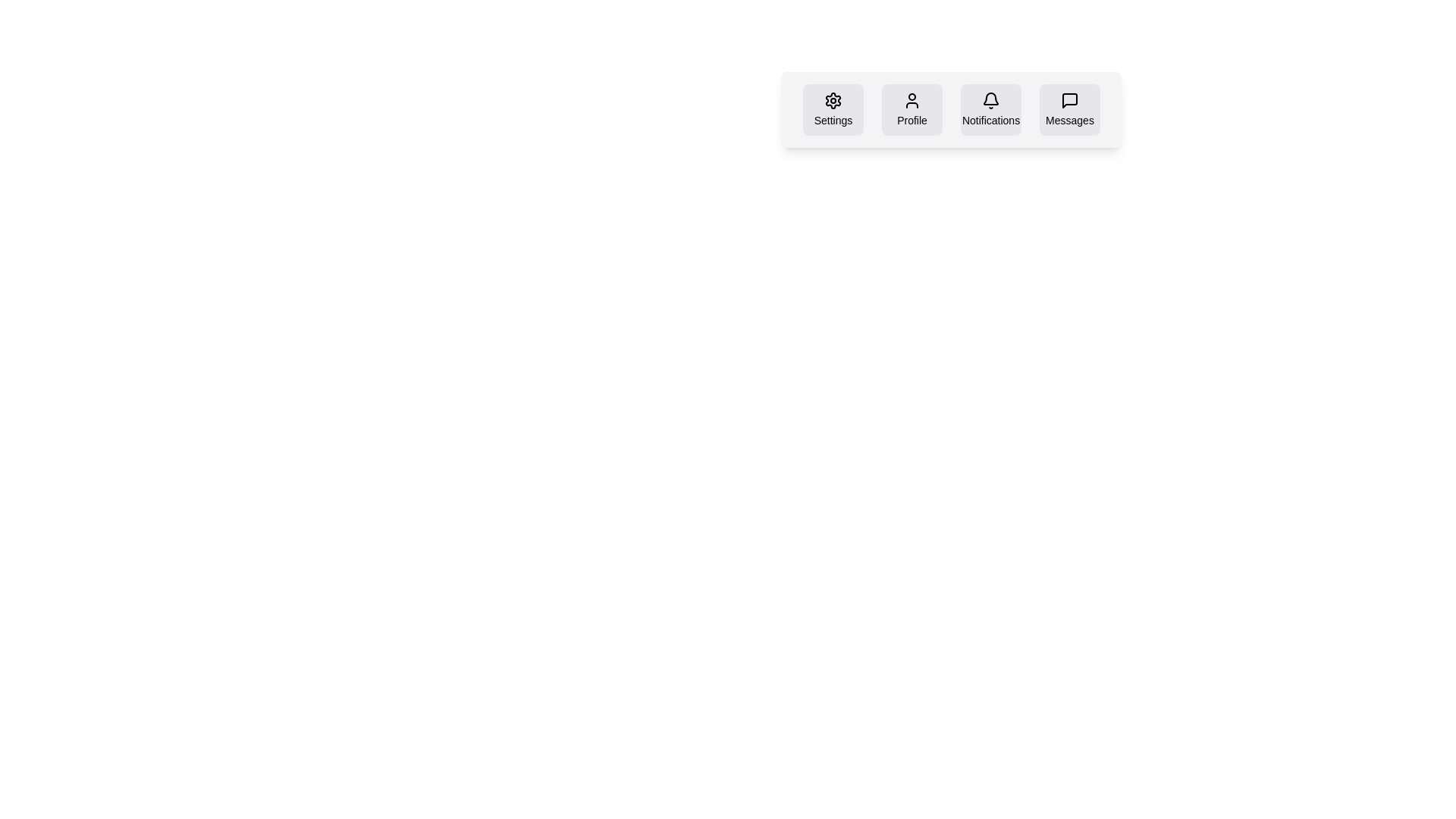 This screenshot has height=819, width=1456. What do you see at coordinates (833, 100) in the screenshot?
I see `the cogwheel icon in the settings toolbar` at bounding box center [833, 100].